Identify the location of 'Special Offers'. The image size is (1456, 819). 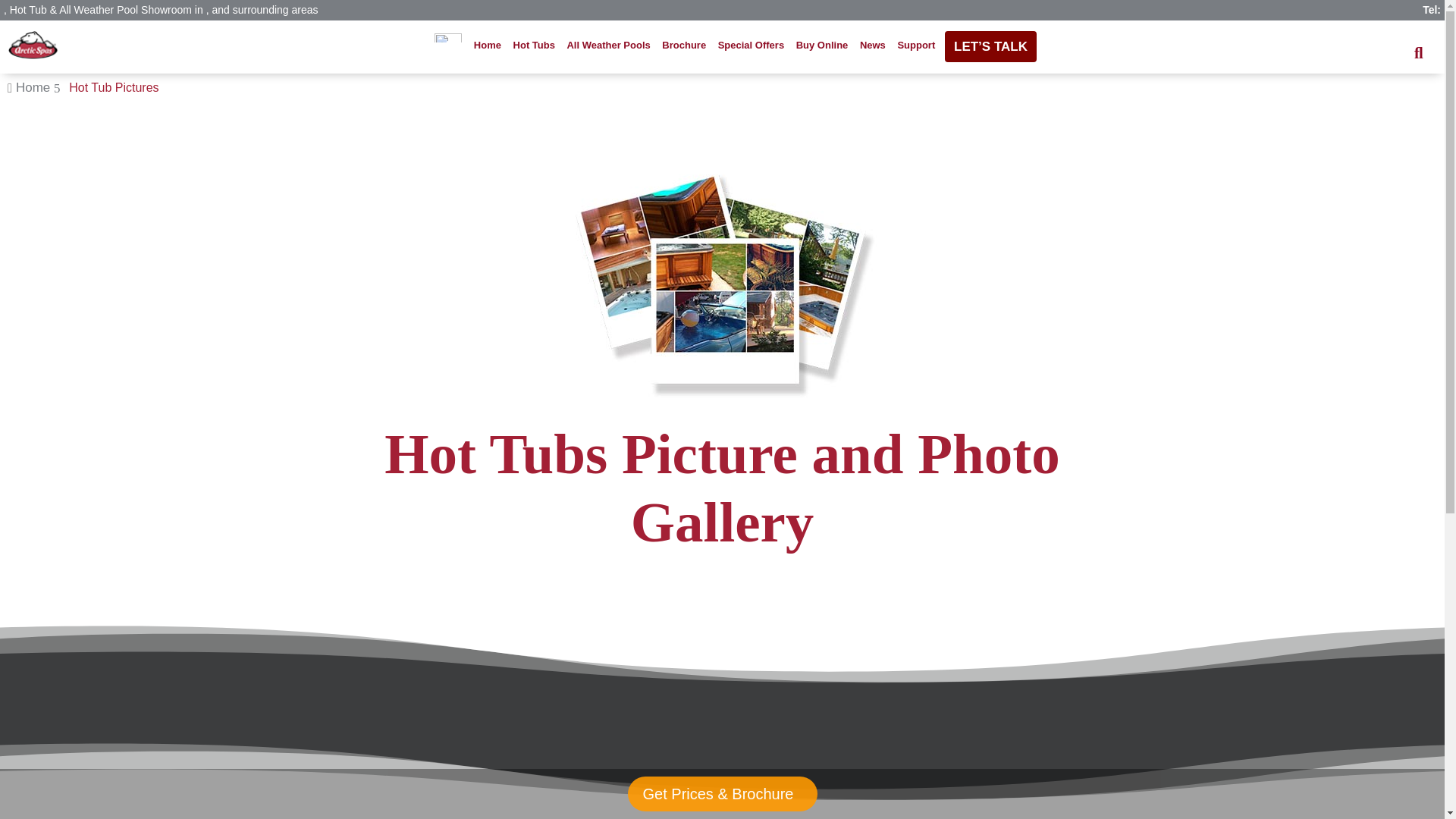
(713, 44).